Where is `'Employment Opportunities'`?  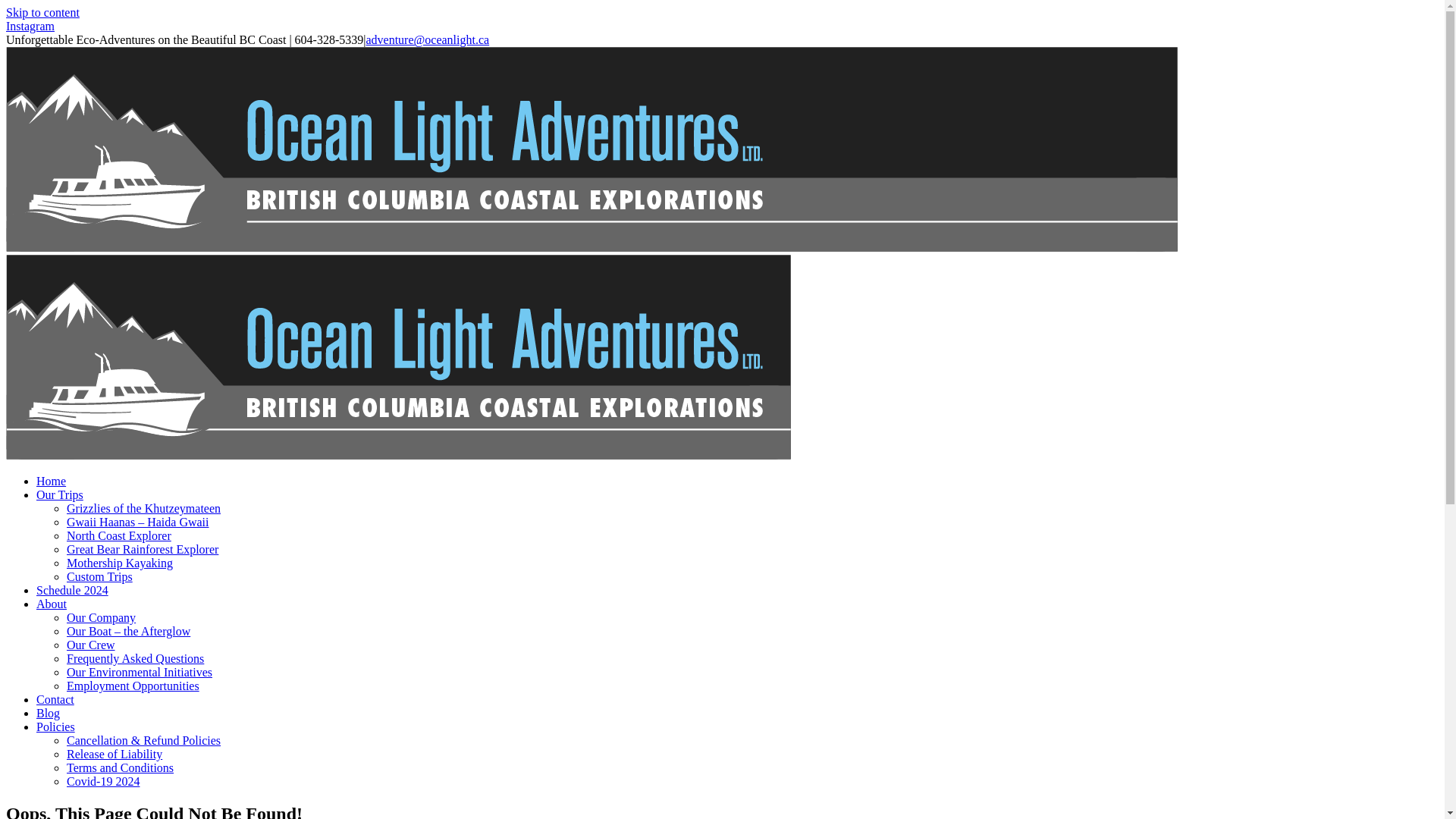
'Employment Opportunities' is located at coordinates (133, 686).